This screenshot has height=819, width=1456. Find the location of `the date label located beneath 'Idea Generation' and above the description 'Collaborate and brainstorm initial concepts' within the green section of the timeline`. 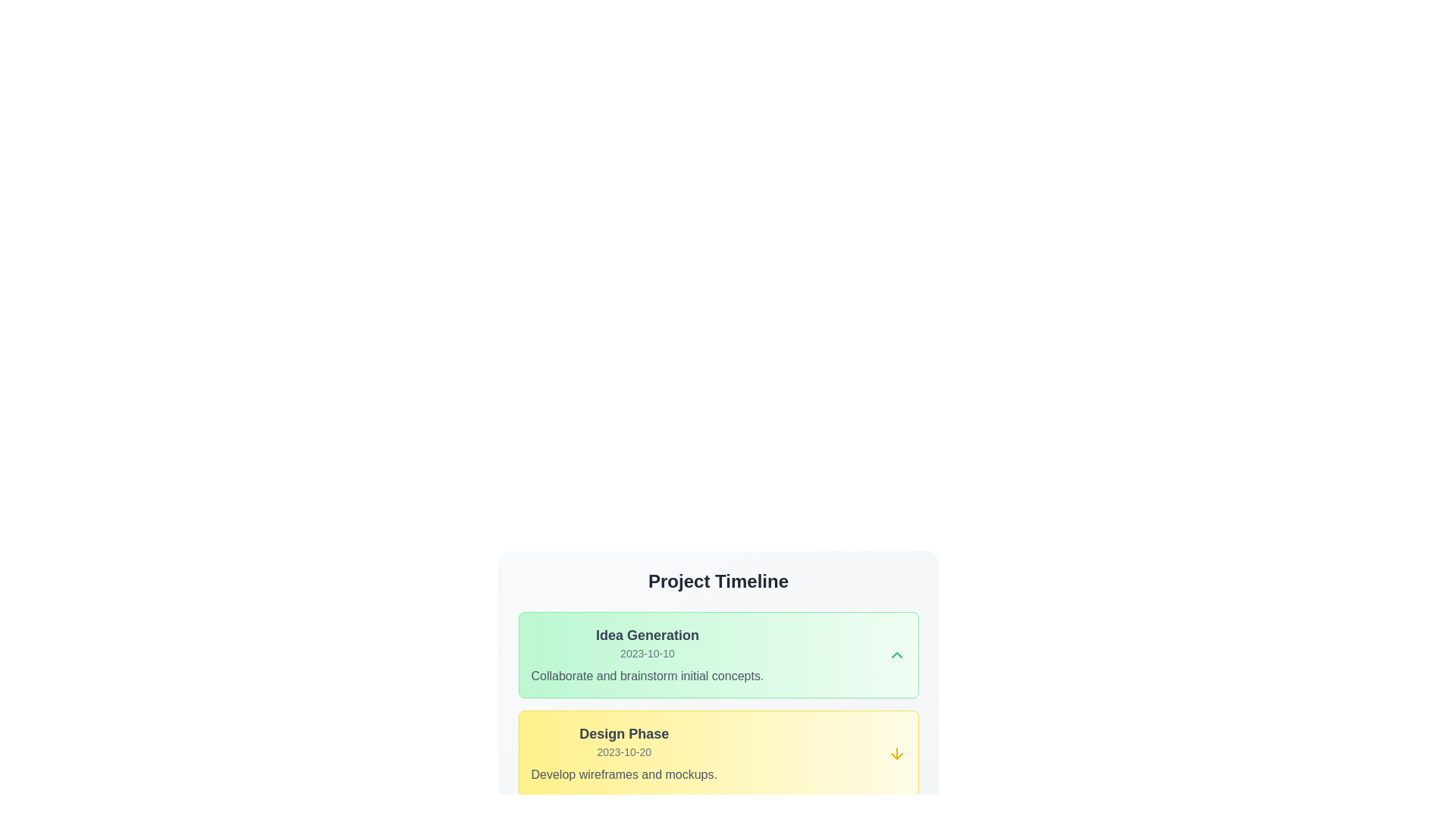

the date label located beneath 'Idea Generation' and above the description 'Collaborate and brainstorm initial concepts' within the green section of the timeline is located at coordinates (647, 652).